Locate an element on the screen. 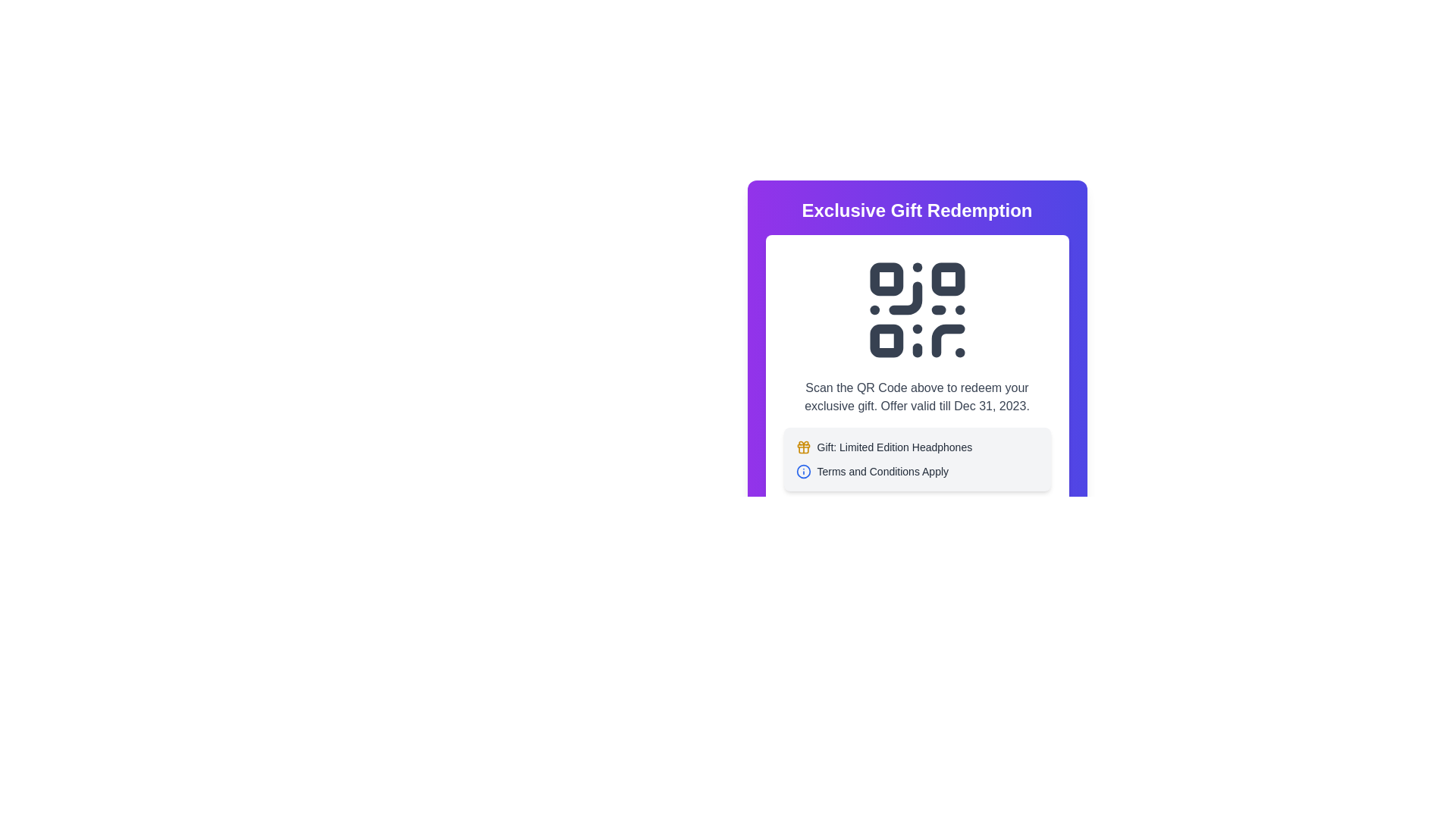 The height and width of the screenshot is (819, 1456). the text displaying 'Scan the QR Code above to redeem your exclusive gift. Offer valid till Dec 31, 2023.', which is styled with a medium font weight and gray color, located centrally beneath the QR code graphic is located at coordinates (916, 397).